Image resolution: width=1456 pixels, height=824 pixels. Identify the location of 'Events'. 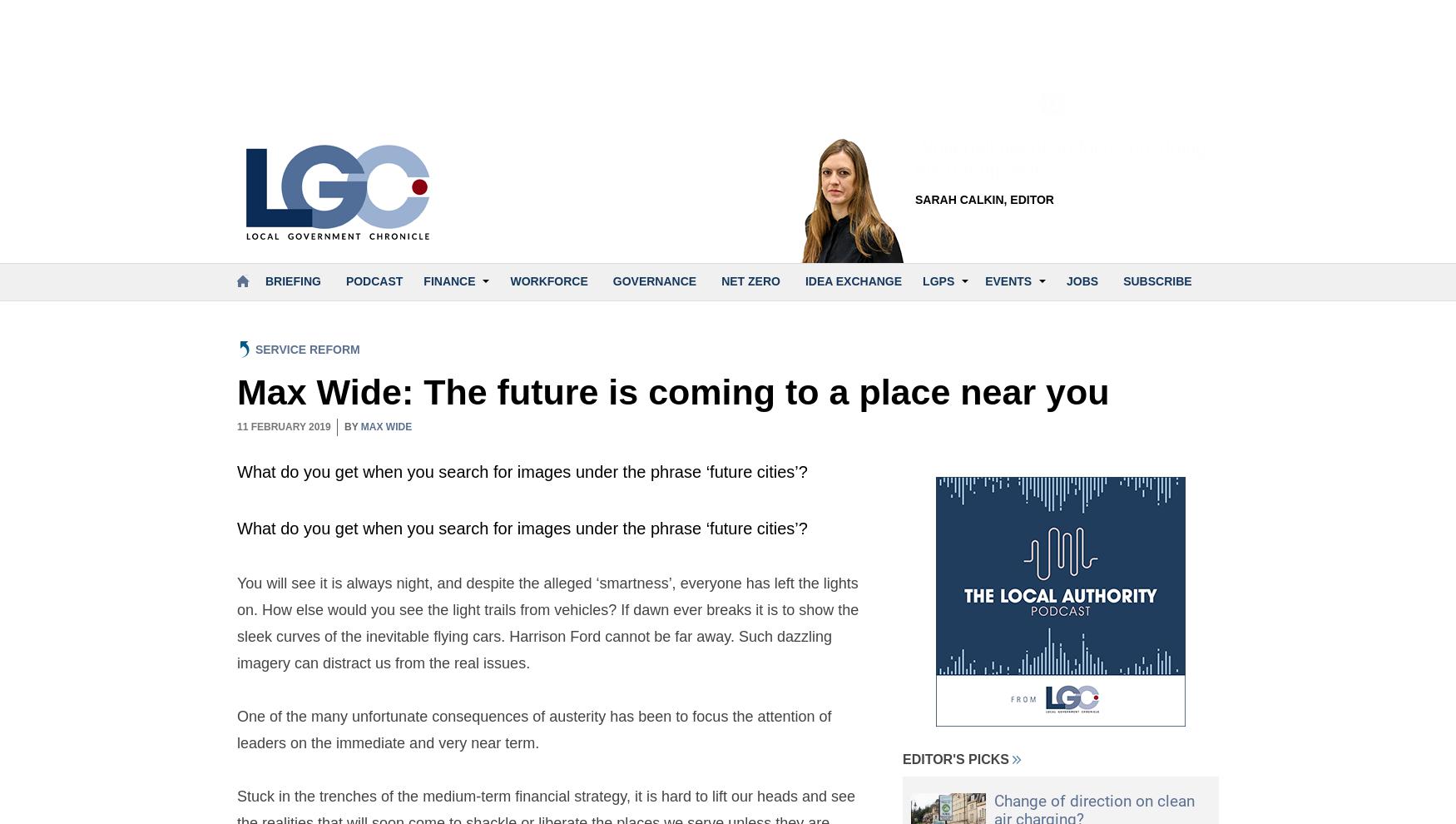
(1008, 280).